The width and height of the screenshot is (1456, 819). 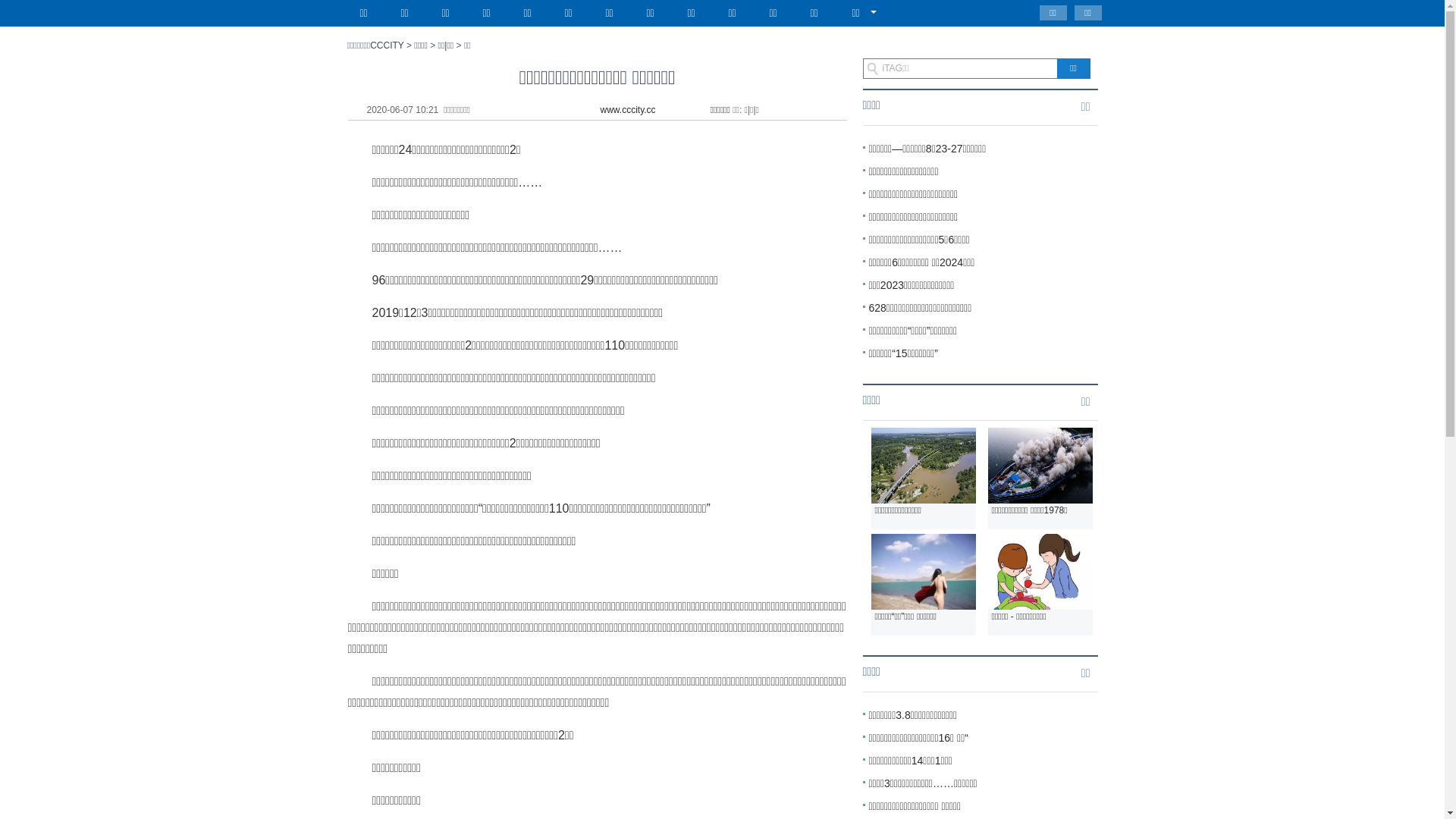 I want to click on 'CCCITY', so click(x=386, y=45).